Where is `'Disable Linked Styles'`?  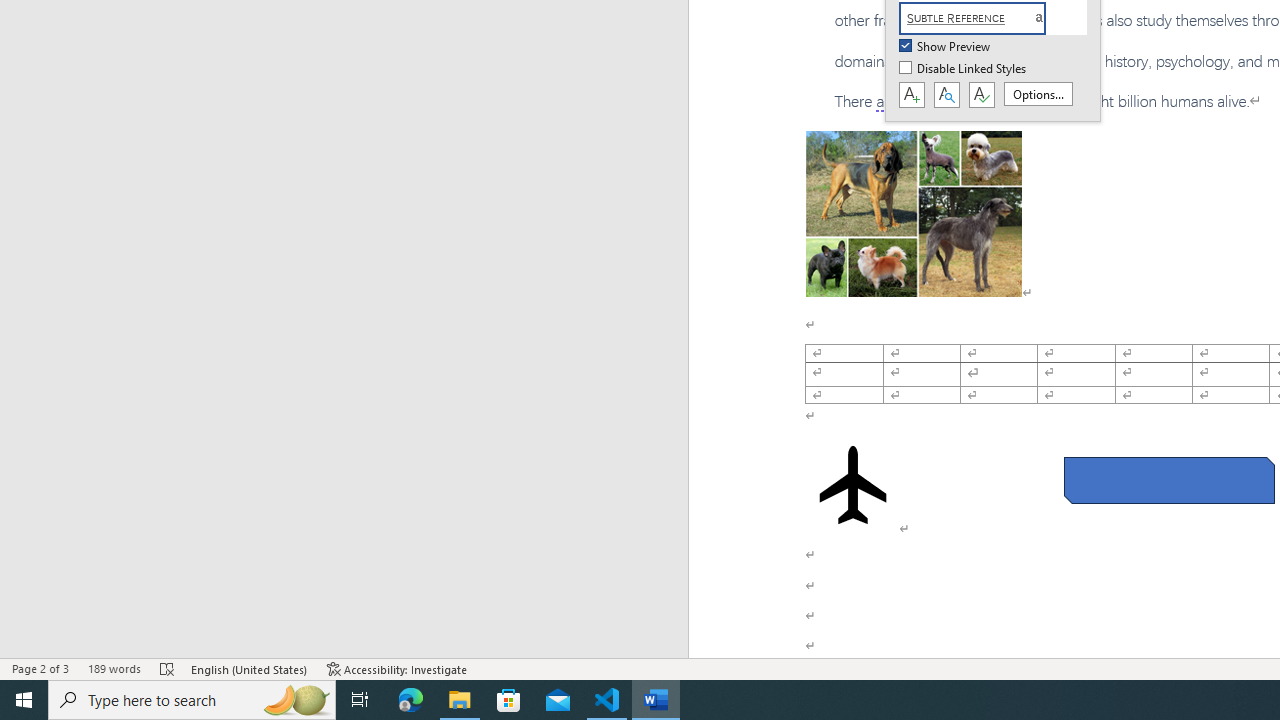
'Disable Linked Styles' is located at coordinates (964, 68).